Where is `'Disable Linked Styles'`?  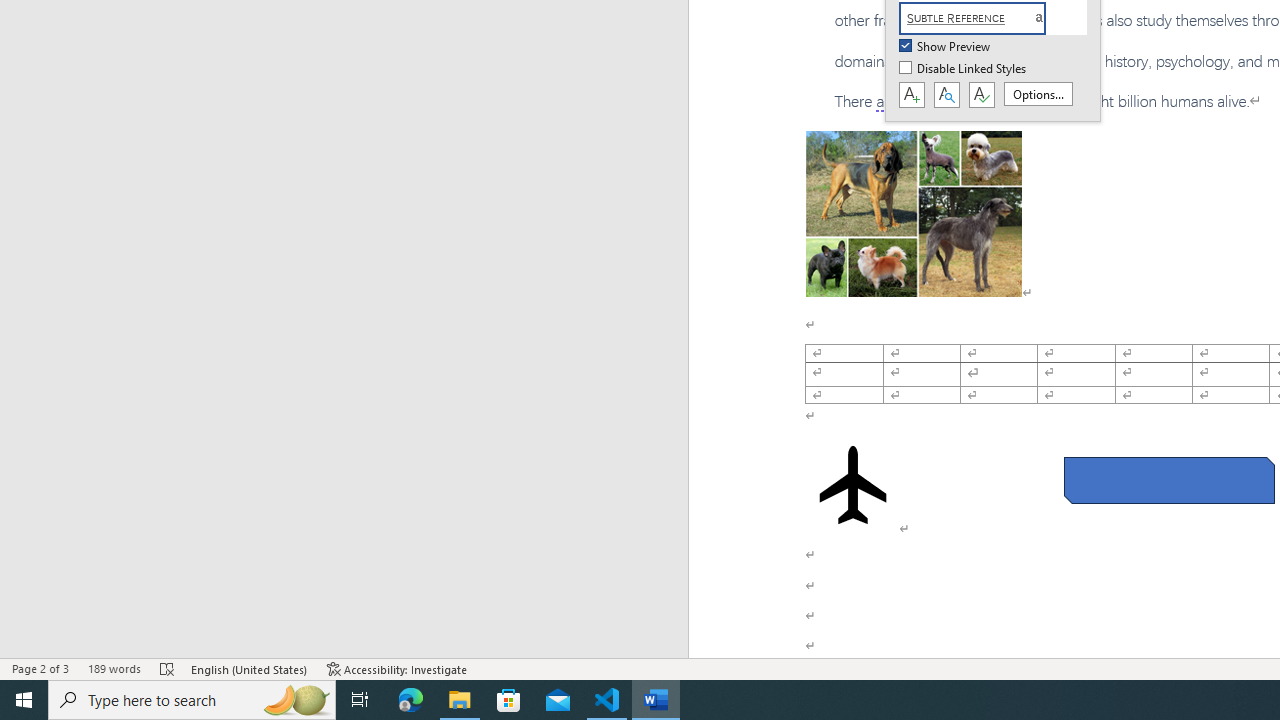
'Disable Linked Styles' is located at coordinates (964, 68).